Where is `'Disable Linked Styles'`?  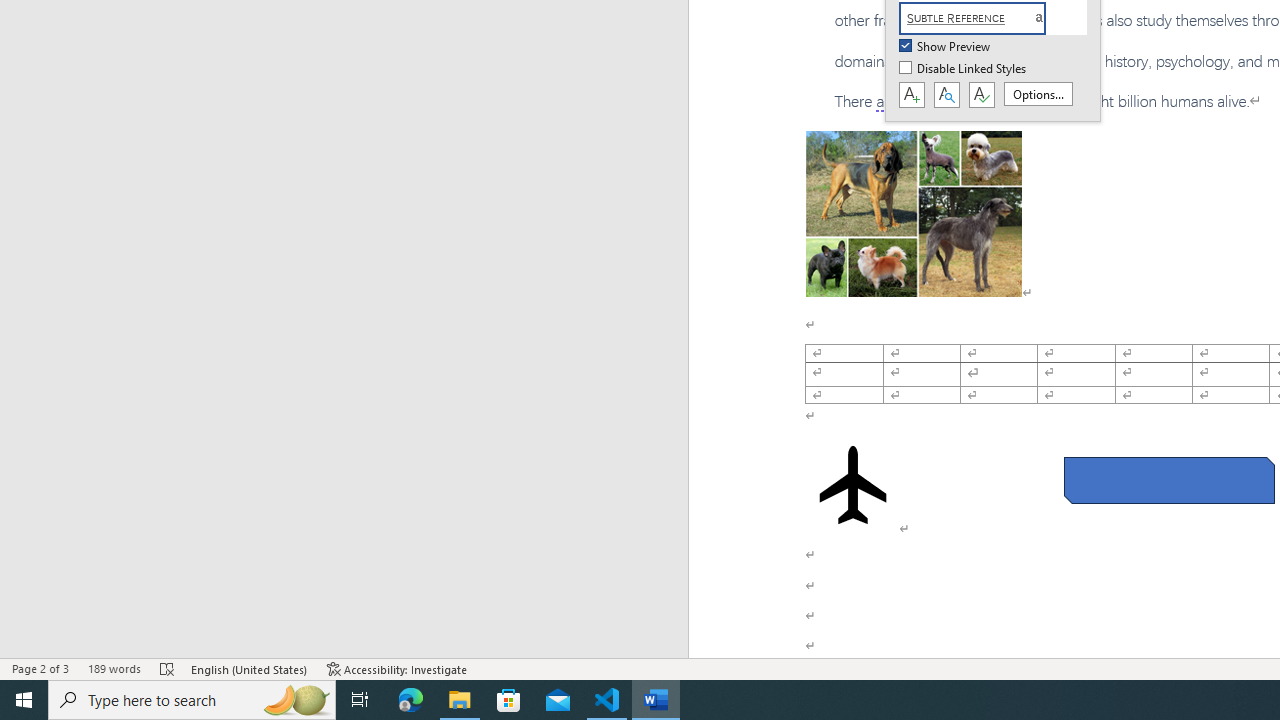
'Disable Linked Styles' is located at coordinates (964, 68).